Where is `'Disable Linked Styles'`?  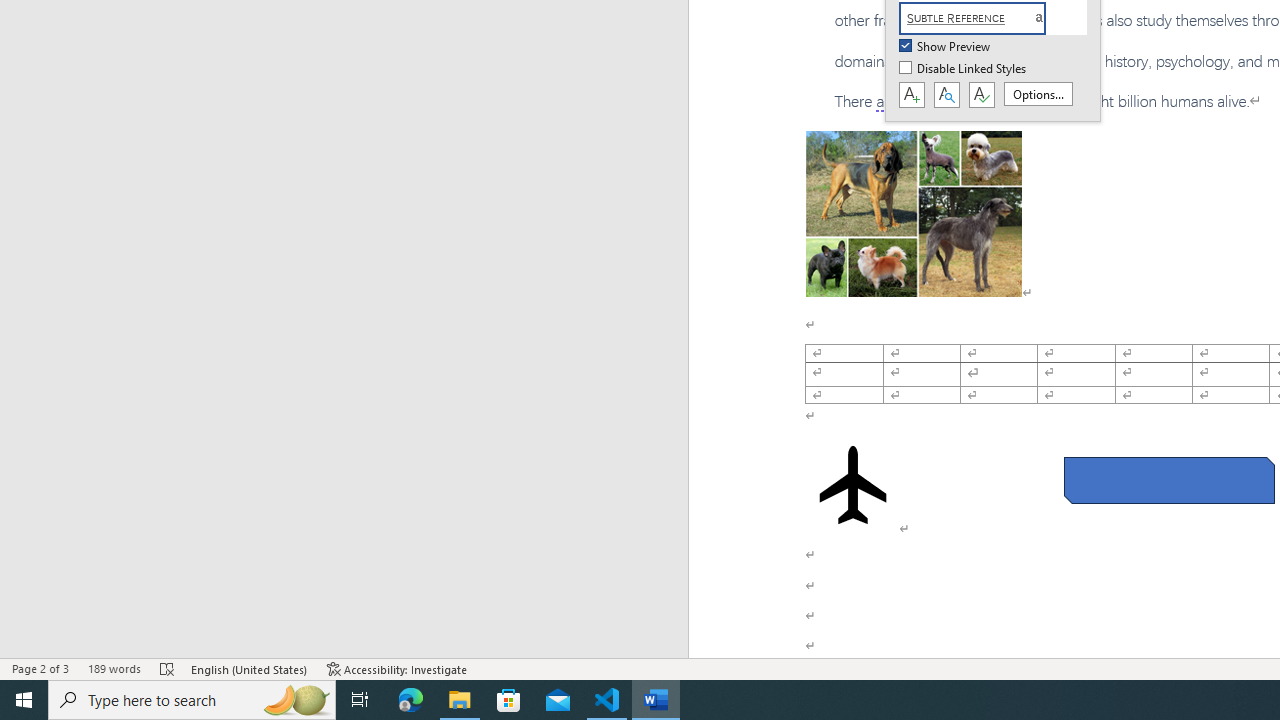
'Disable Linked Styles' is located at coordinates (964, 68).